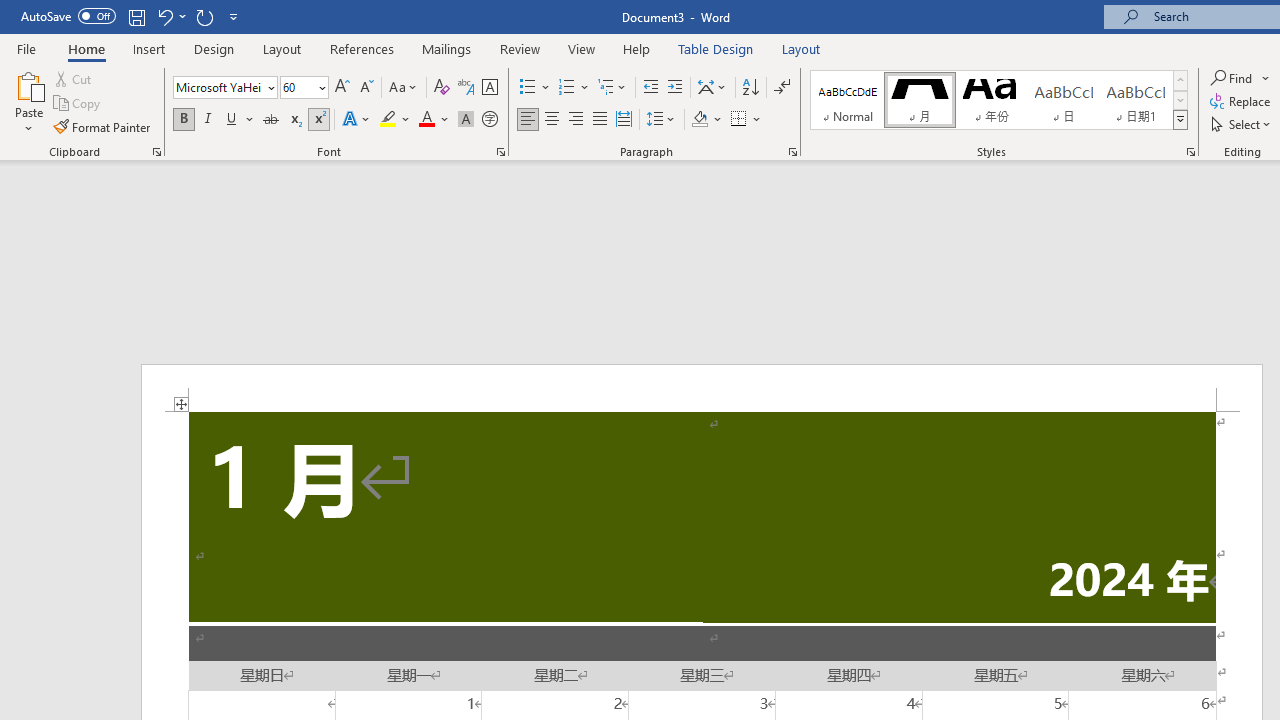 The image size is (1280, 720). I want to click on 'Borders', so click(745, 119).